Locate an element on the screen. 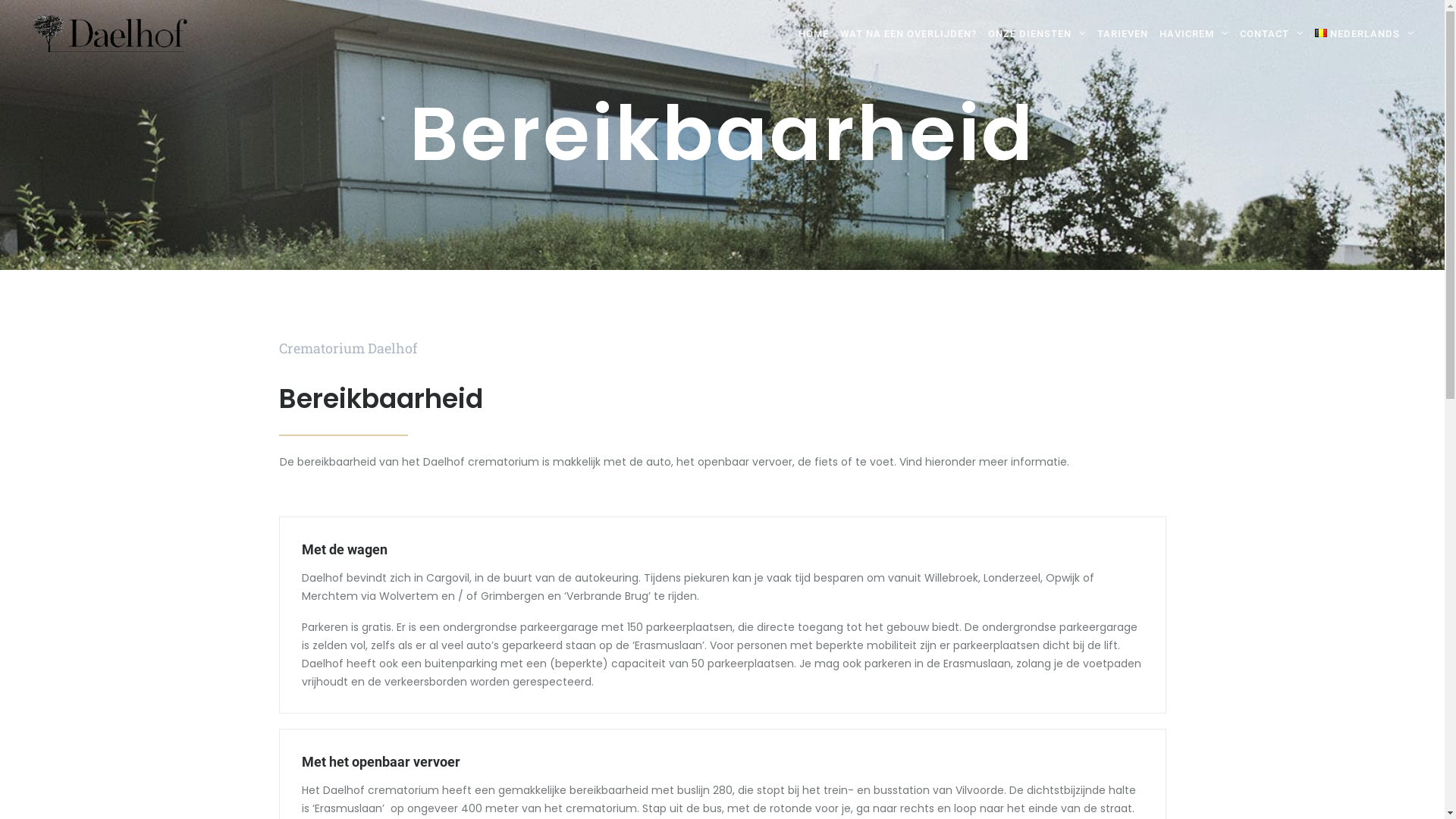 This screenshot has width=1456, height=819. 'WAT NA EEN OVERLIJDEN?' is located at coordinates (833, 34).